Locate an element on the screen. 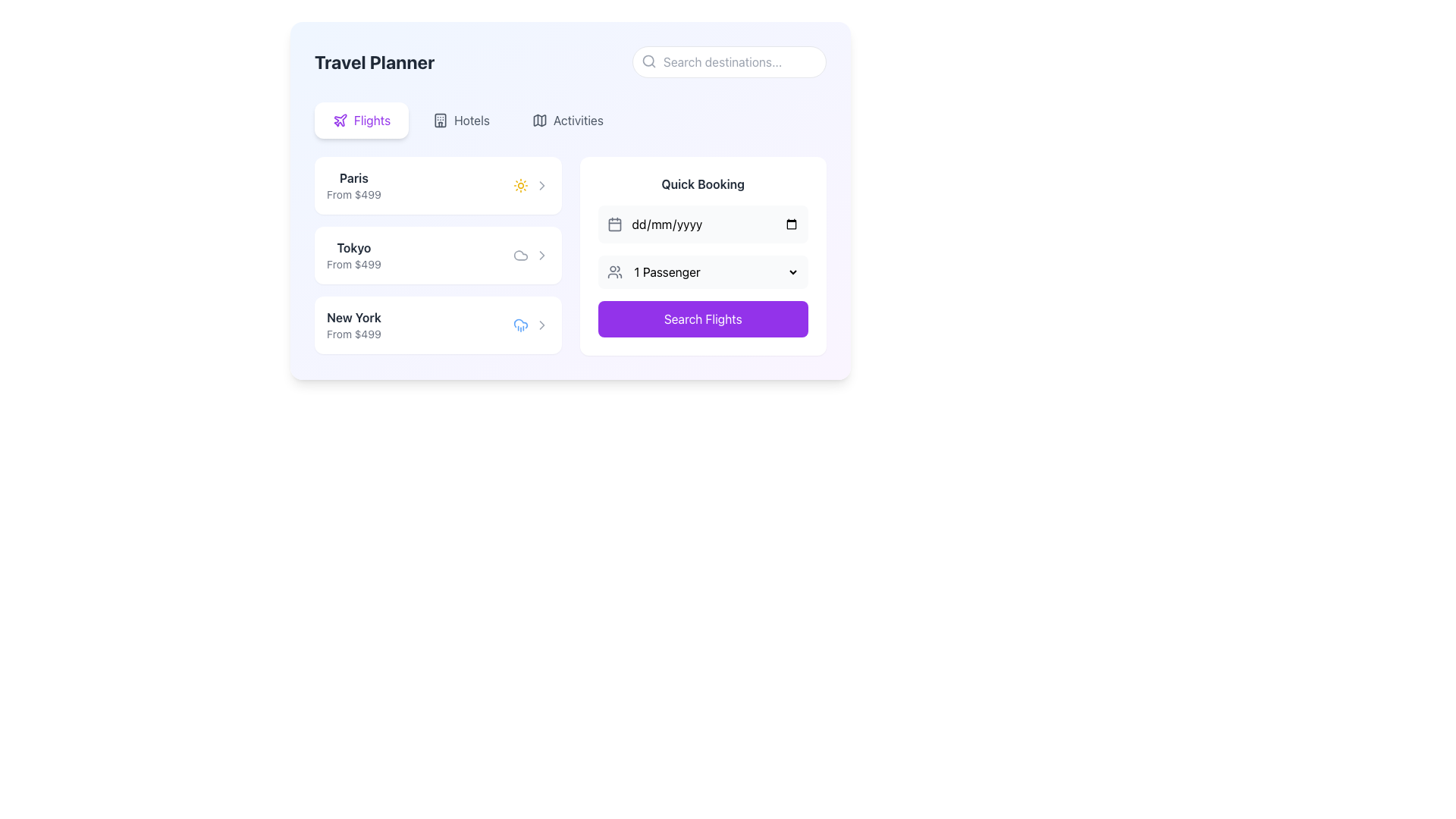  the weather representation icon and chevron located on the rightmost side of the 'New York, From $499' row in the 'Travel Planner' interface is located at coordinates (531, 324).